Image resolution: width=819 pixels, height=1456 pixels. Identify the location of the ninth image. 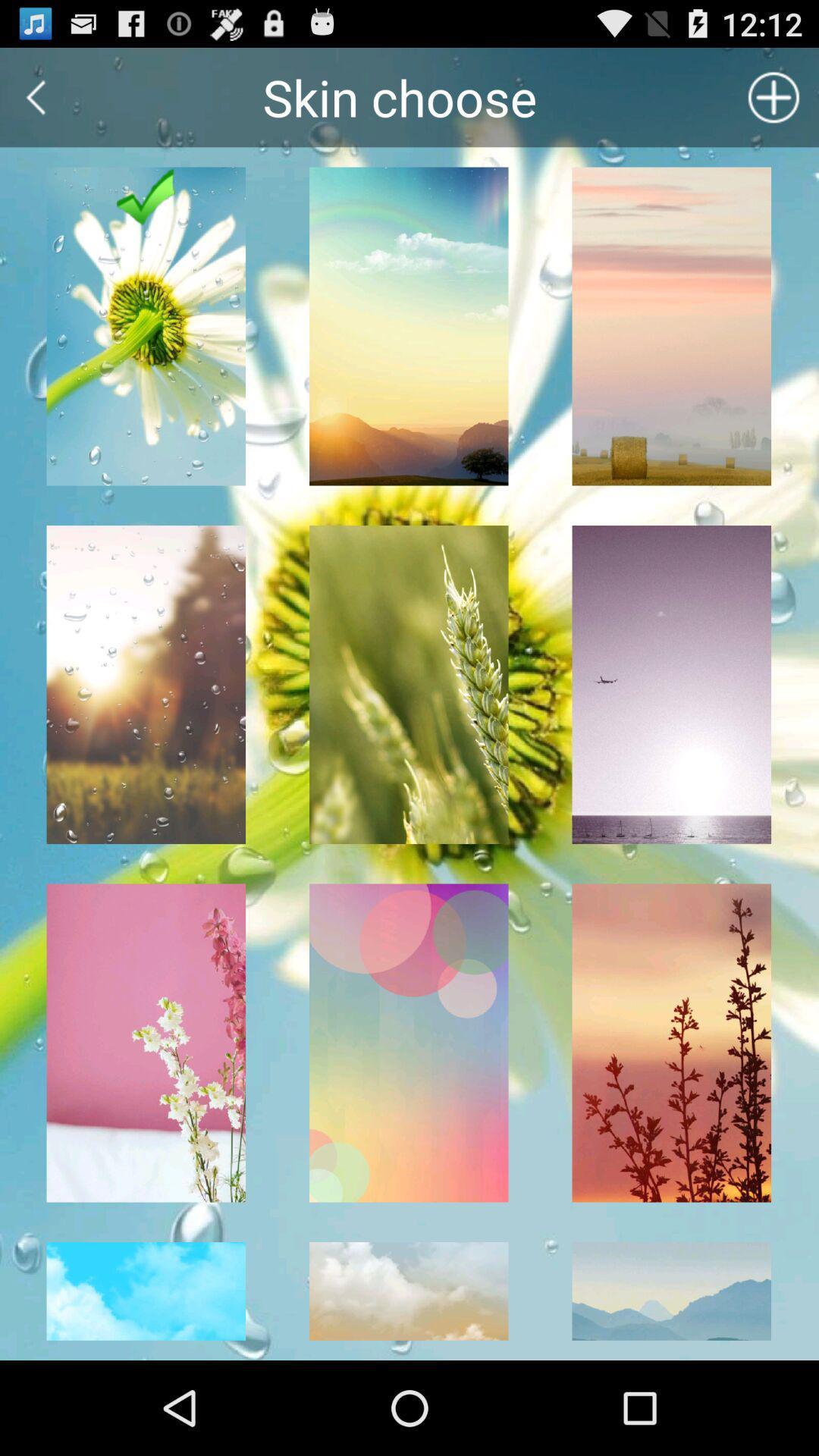
(671, 1043).